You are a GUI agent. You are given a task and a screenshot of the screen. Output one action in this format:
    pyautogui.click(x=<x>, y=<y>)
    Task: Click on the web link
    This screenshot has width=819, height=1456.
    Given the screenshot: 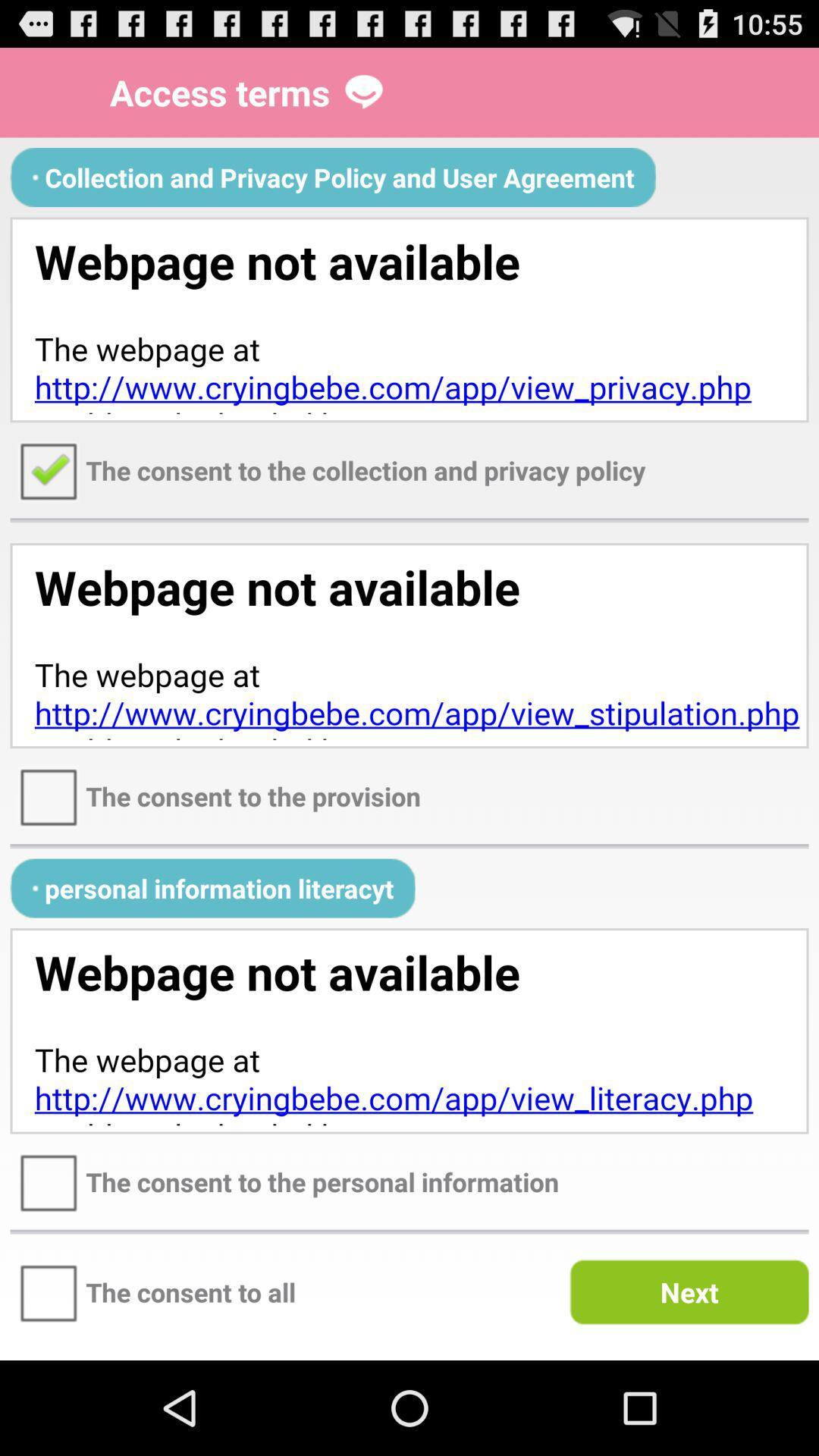 What is the action you would take?
    pyautogui.click(x=409, y=1031)
    